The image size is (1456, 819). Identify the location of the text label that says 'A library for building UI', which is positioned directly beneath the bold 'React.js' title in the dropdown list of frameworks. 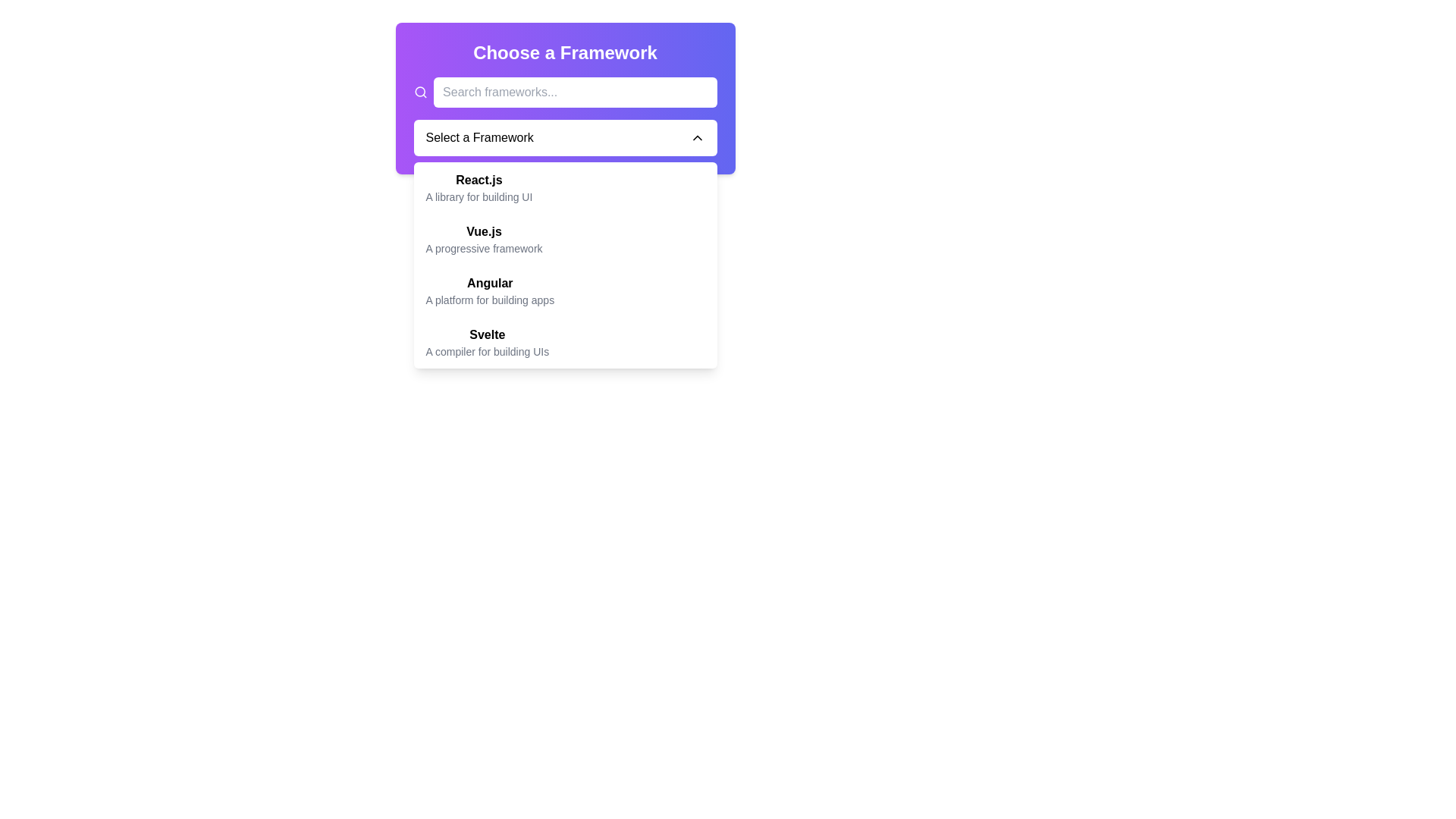
(478, 196).